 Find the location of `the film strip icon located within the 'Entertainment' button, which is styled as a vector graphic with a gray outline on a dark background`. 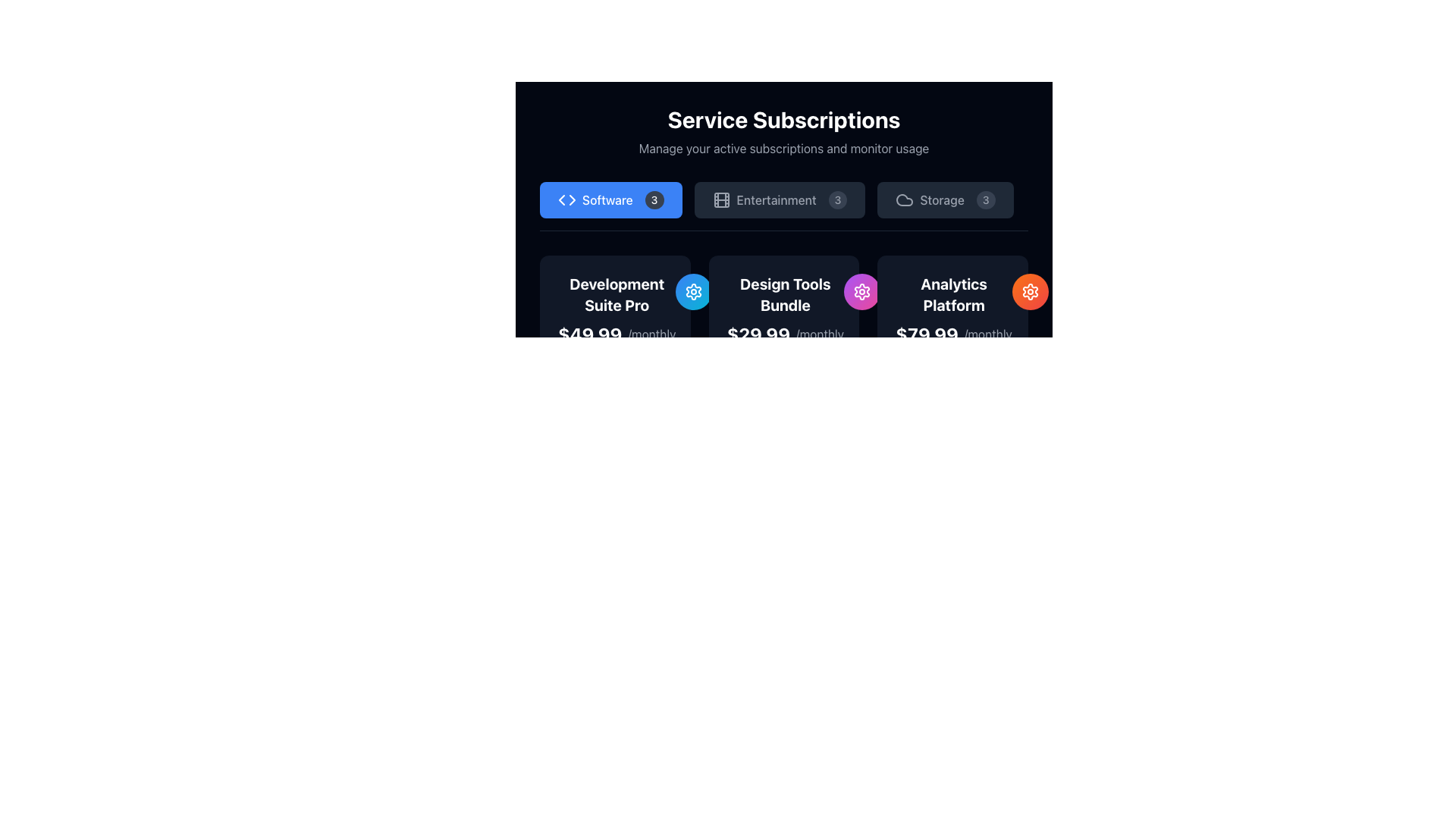

the film strip icon located within the 'Entertainment' button, which is styled as a vector graphic with a gray outline on a dark background is located at coordinates (720, 199).